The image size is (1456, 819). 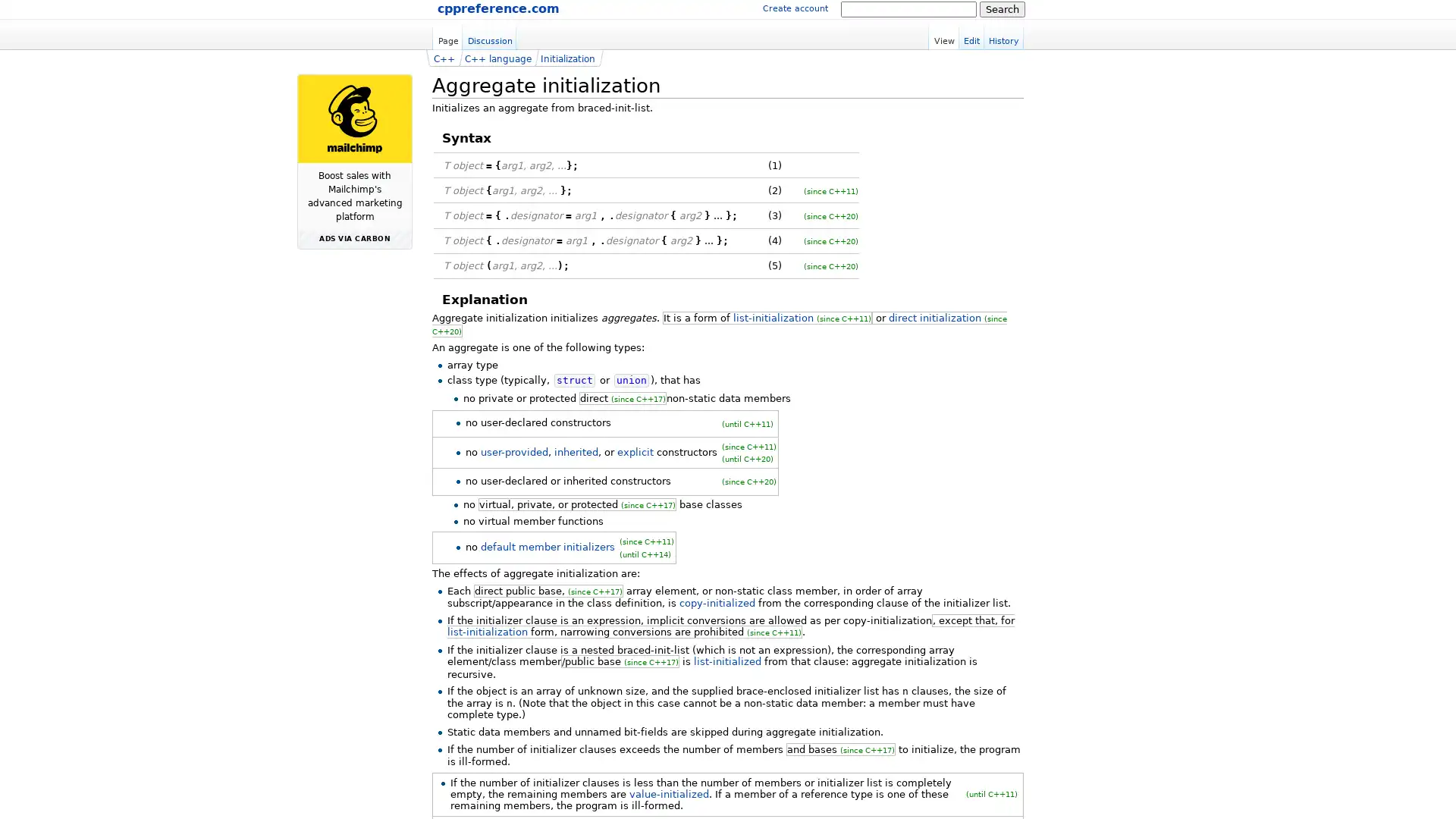 What do you see at coordinates (1001, 8) in the screenshot?
I see `Search` at bounding box center [1001, 8].